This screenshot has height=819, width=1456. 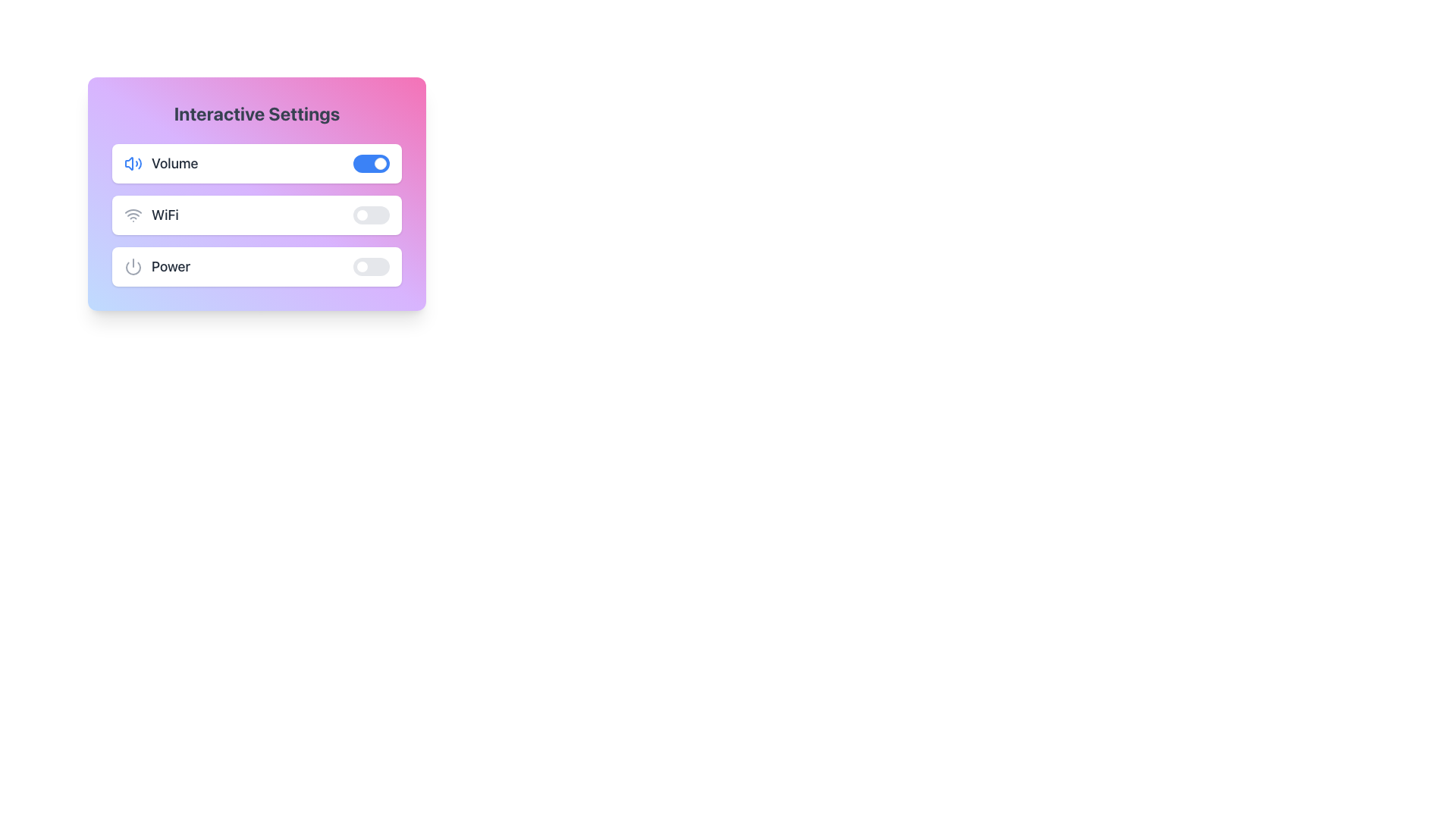 What do you see at coordinates (371, 215) in the screenshot?
I see `the toggle switch` at bounding box center [371, 215].